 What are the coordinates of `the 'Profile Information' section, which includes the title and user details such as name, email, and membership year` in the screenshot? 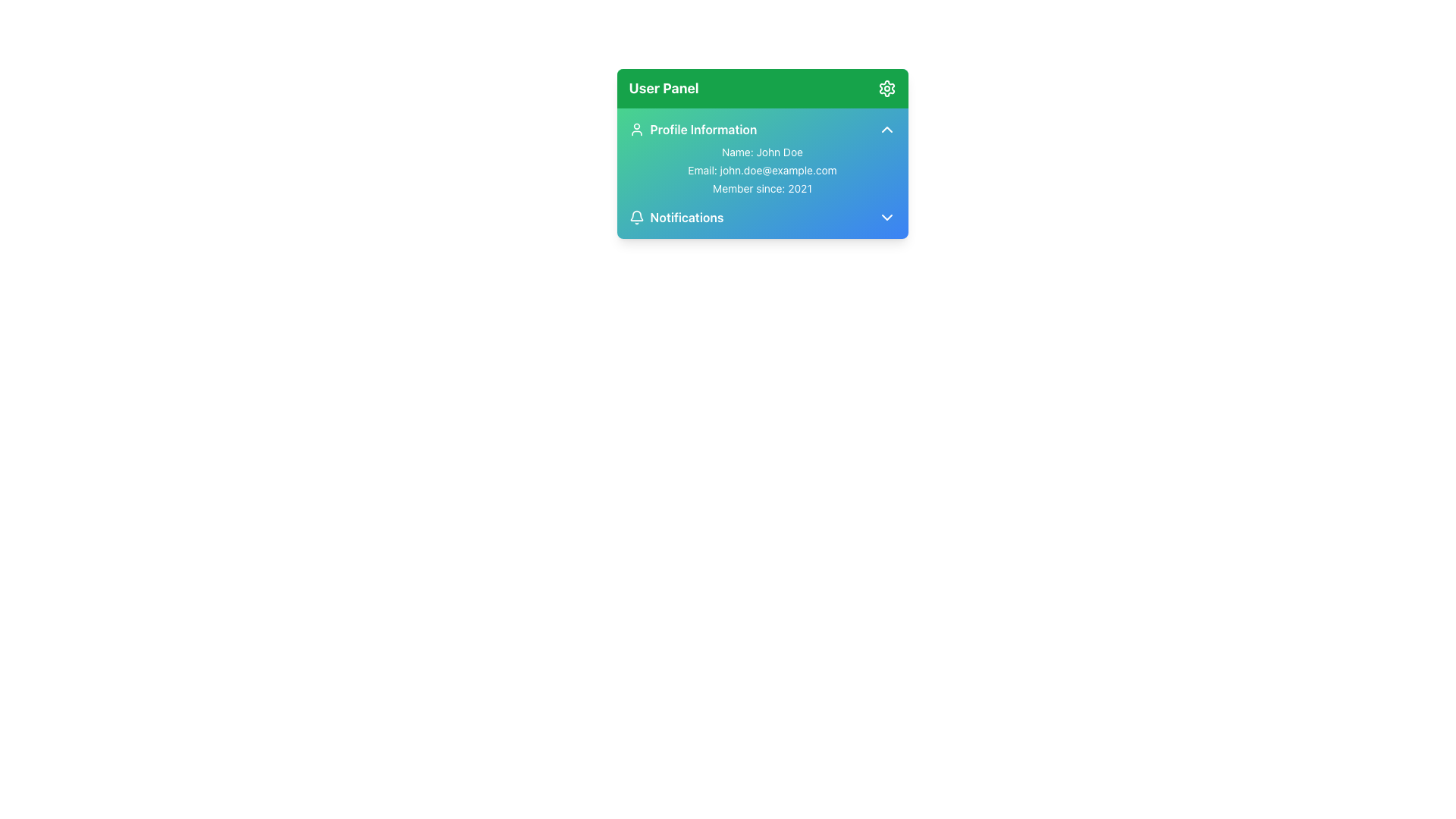 It's located at (762, 158).